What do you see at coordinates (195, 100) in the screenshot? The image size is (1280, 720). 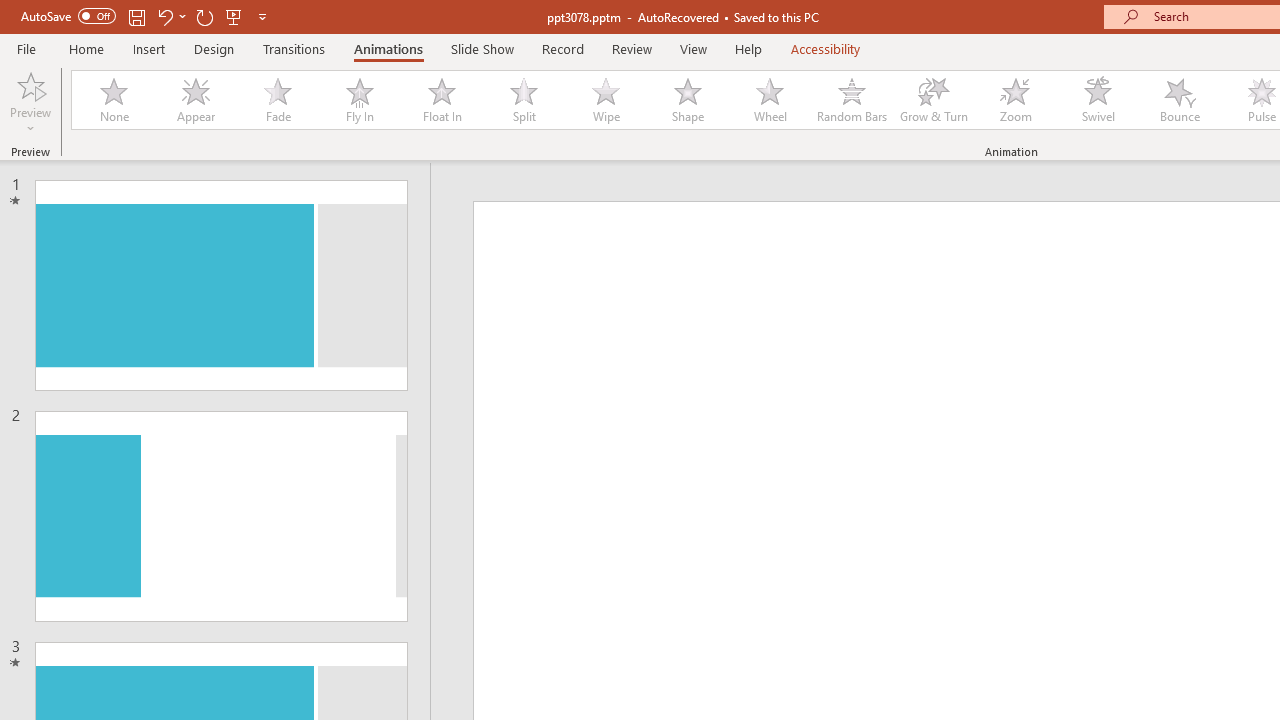 I see `'Appear'` at bounding box center [195, 100].